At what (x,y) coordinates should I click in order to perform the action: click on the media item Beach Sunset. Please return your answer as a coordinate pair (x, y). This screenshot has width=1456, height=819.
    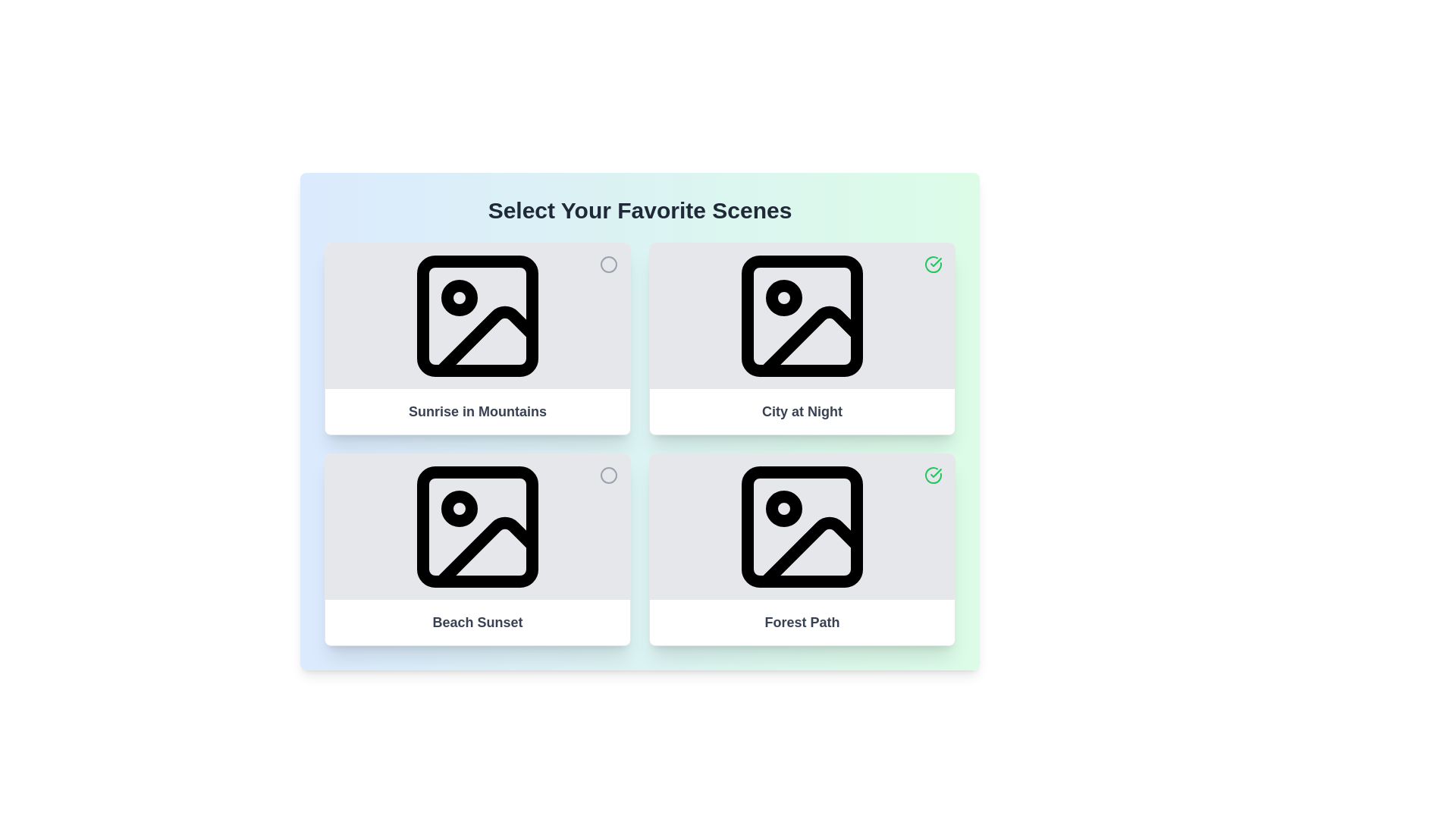
    Looking at the image, I should click on (608, 475).